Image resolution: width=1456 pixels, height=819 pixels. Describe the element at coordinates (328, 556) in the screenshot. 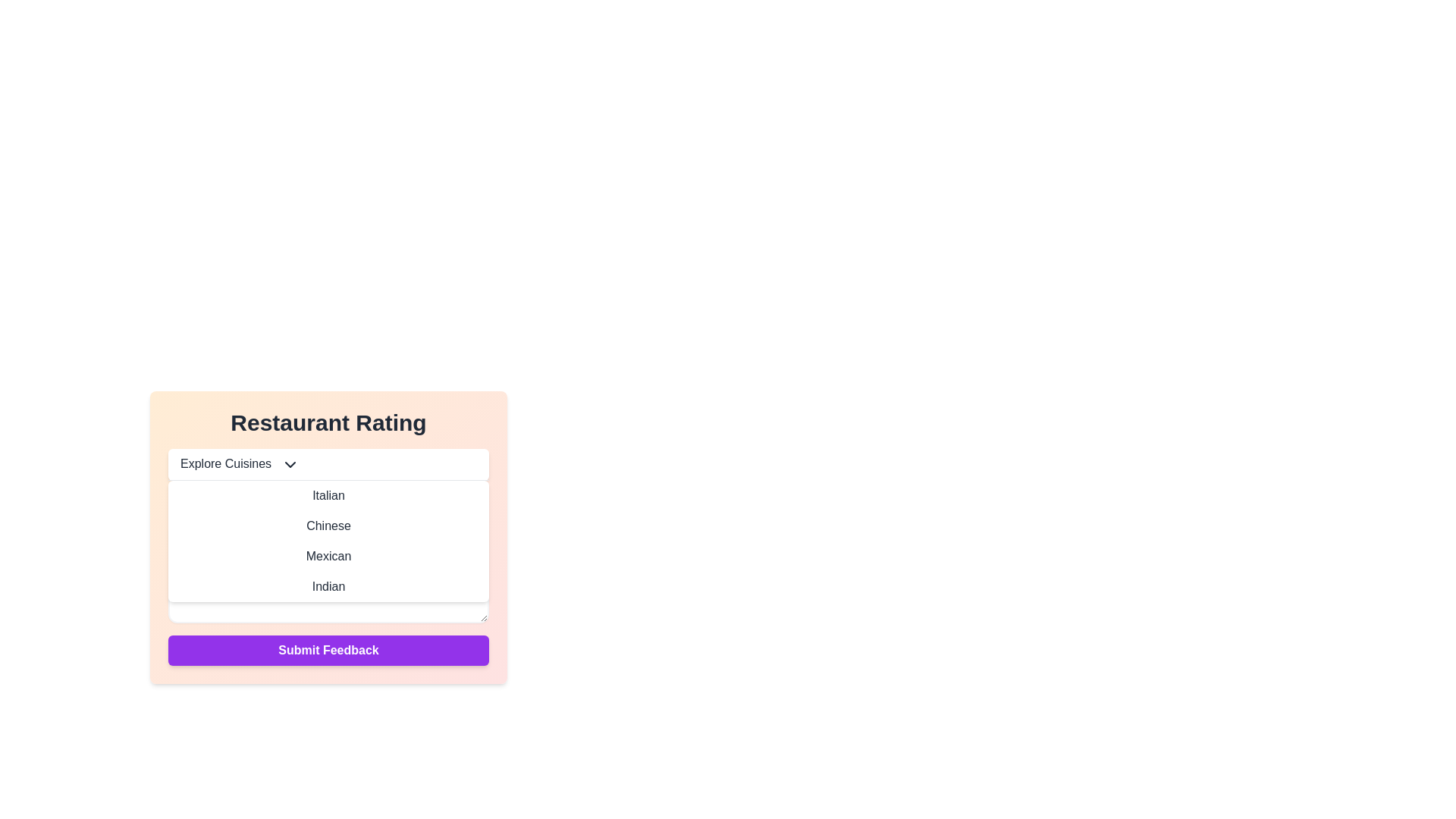

I see `the 'Mexican' option in the dropdown menu, which is displayed in bold, black font as the third option between 'Chinese' and 'Indian'` at that location.